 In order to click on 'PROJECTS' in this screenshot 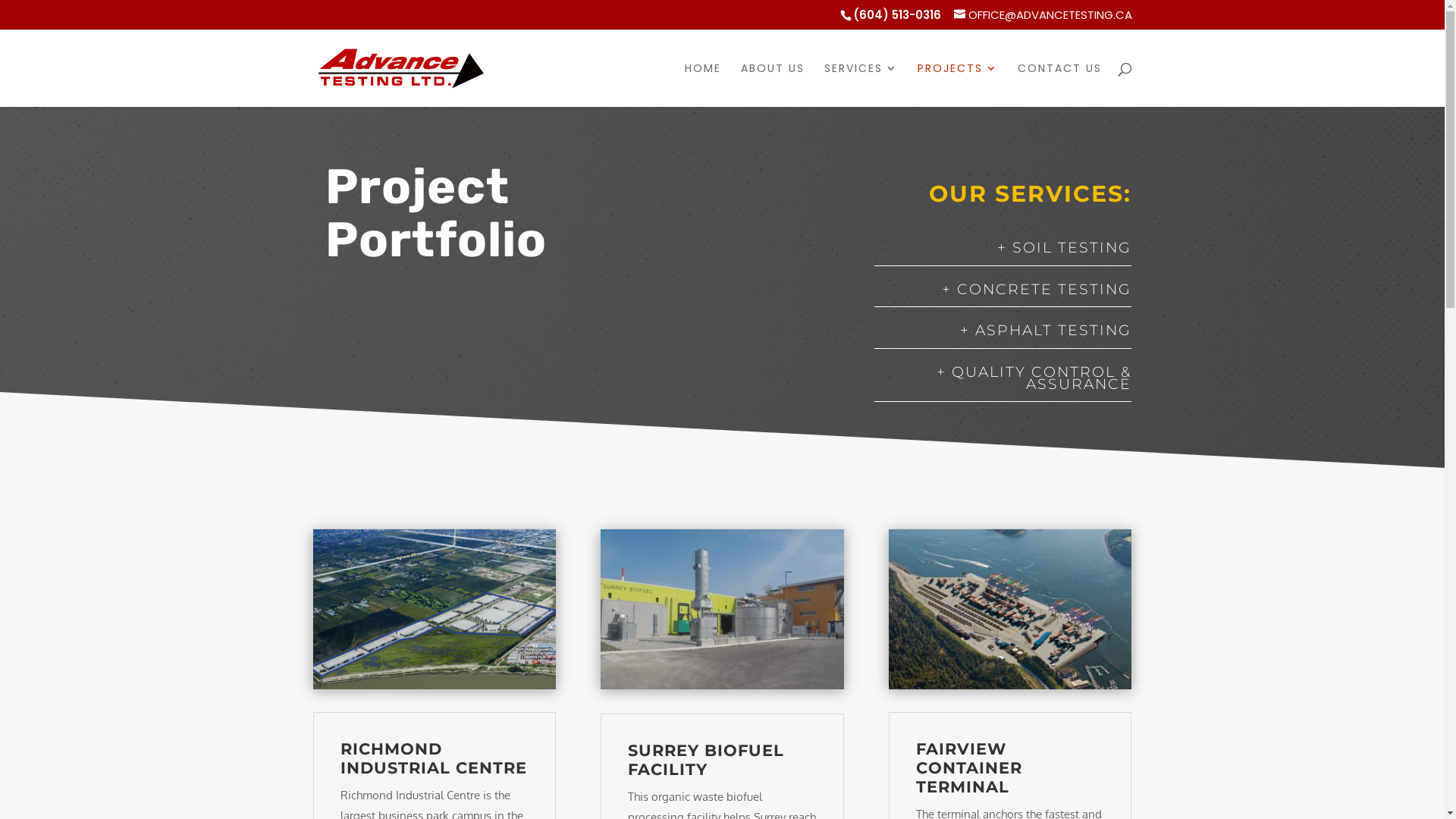, I will do `click(956, 84)`.